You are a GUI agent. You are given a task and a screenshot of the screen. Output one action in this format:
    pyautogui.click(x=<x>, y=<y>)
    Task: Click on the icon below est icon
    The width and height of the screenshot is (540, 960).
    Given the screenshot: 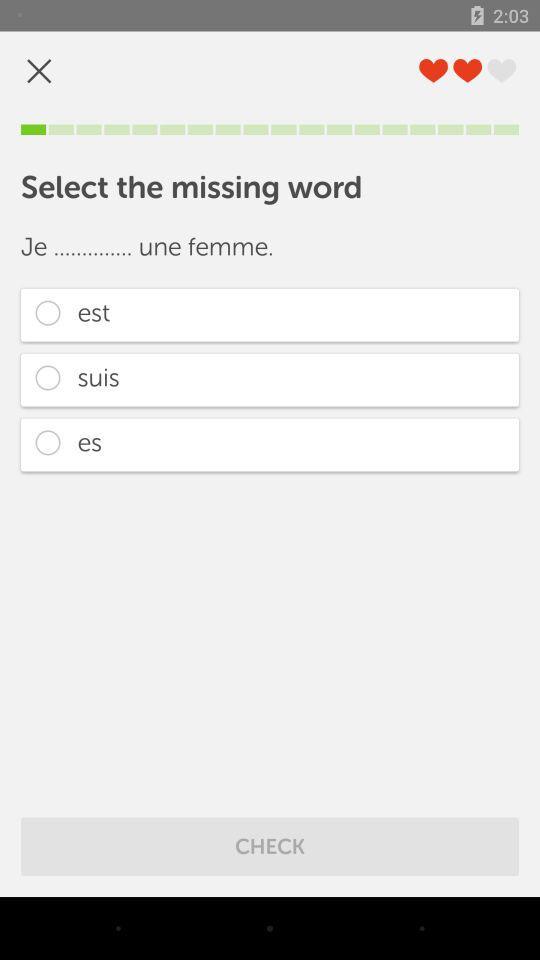 What is the action you would take?
    pyautogui.click(x=270, y=379)
    